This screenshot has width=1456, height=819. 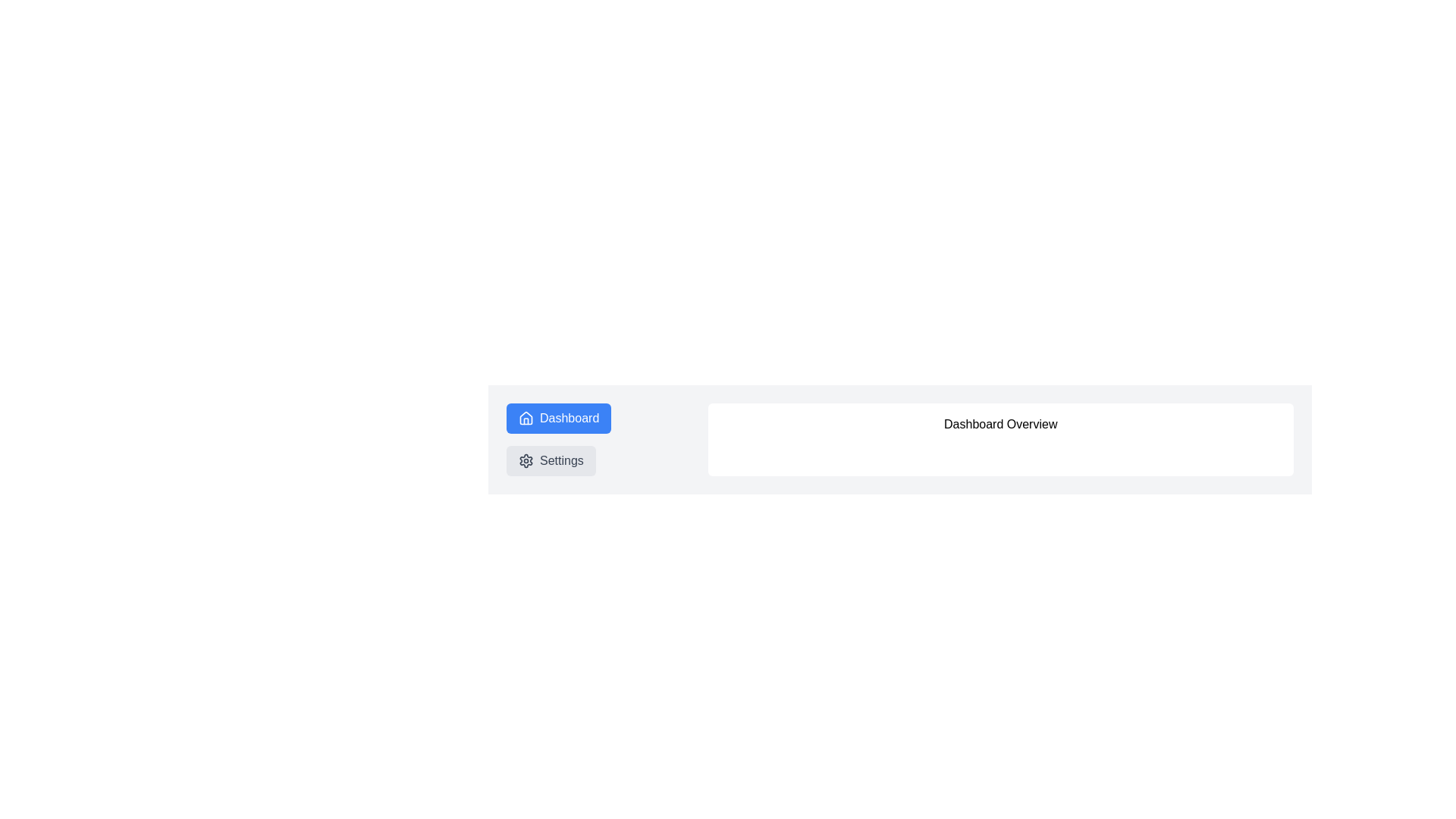 What do you see at coordinates (569, 418) in the screenshot?
I see `the 'Dashboard' text label located to the right of the house-shaped icon` at bounding box center [569, 418].